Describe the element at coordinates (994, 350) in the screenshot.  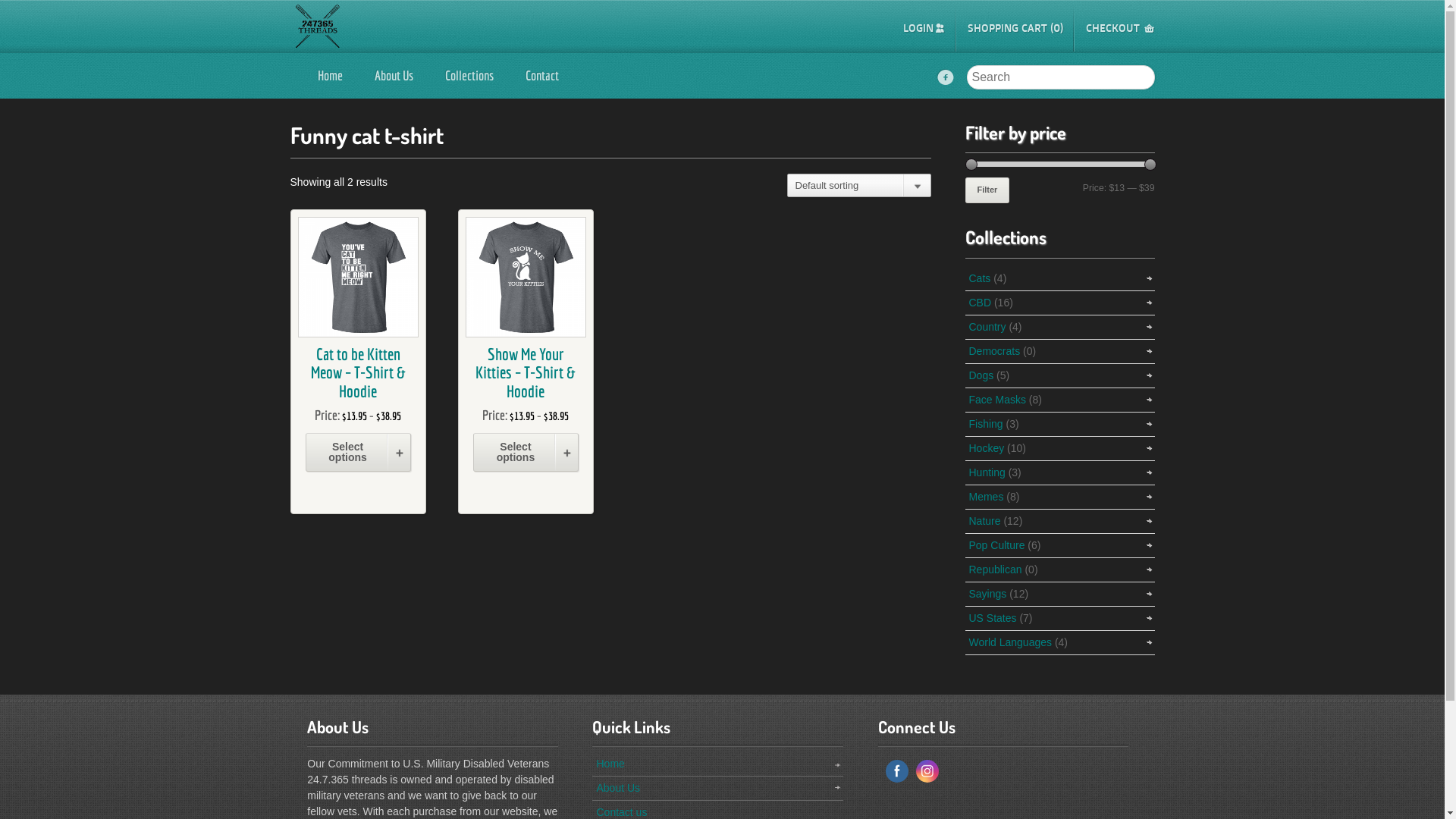
I see `'Democrats'` at that location.